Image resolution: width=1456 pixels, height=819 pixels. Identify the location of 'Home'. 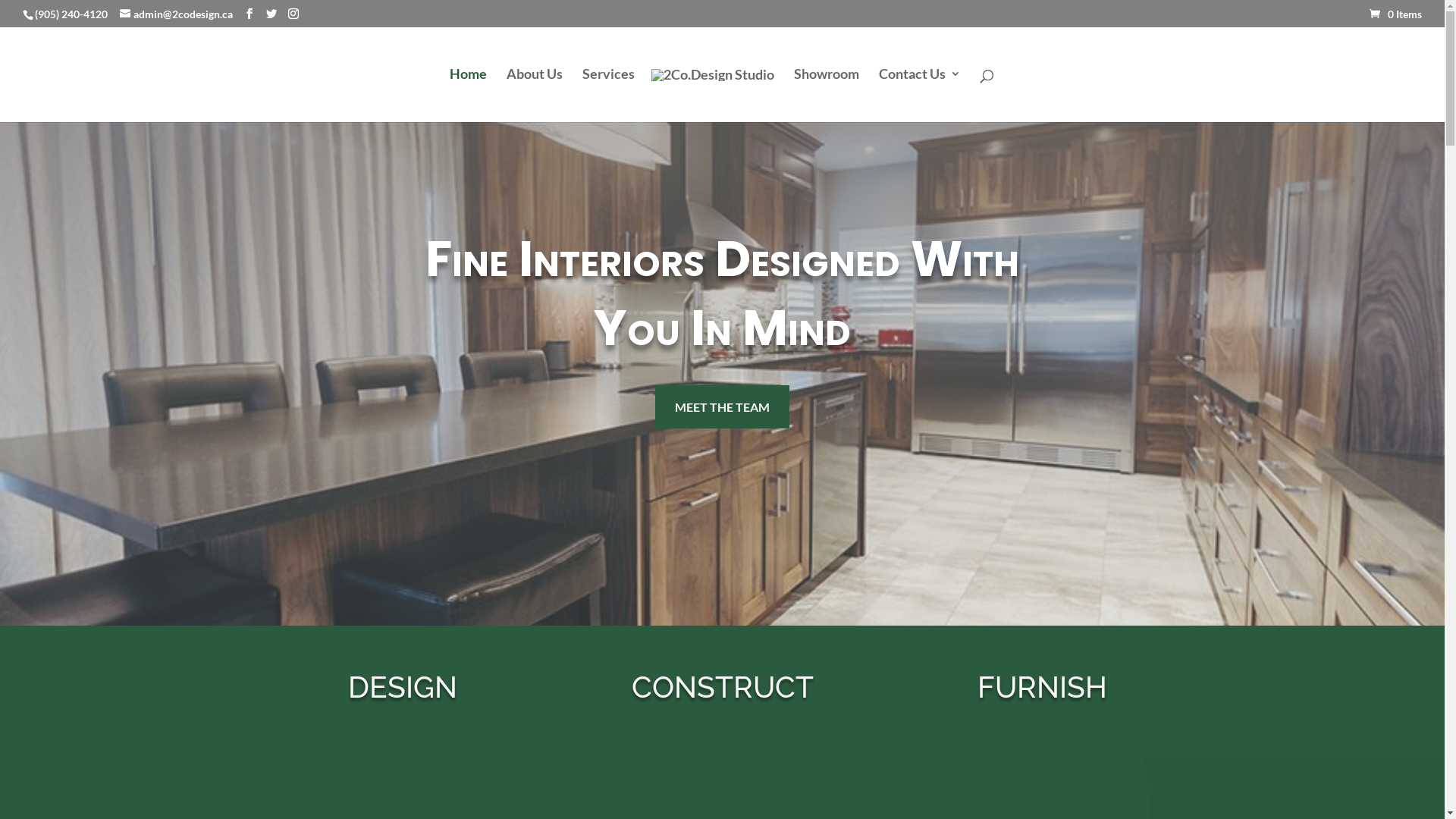
(466, 93).